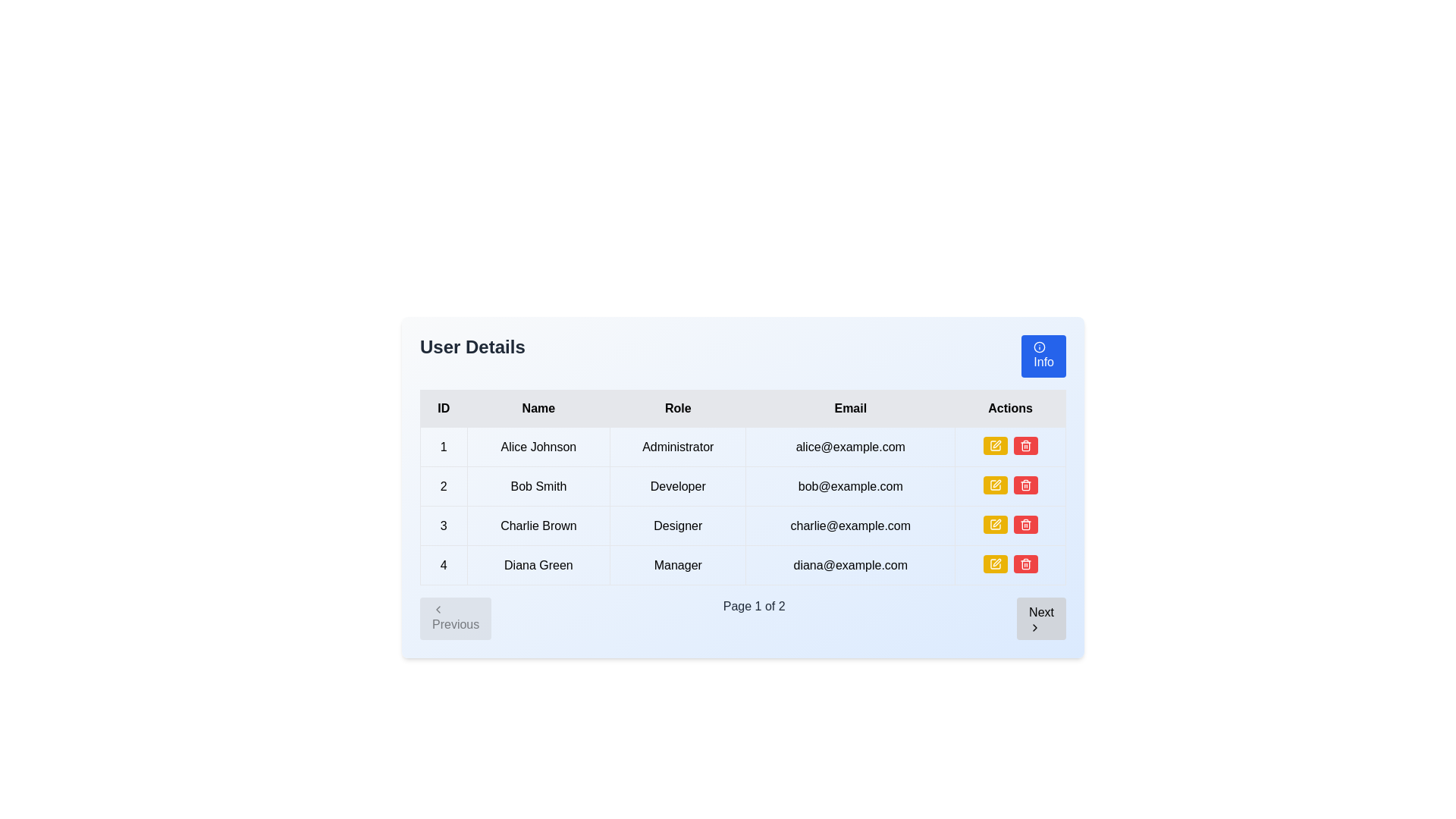 This screenshot has width=1456, height=819. What do you see at coordinates (443, 565) in the screenshot?
I see `the text box in the fourth row under the 'ID' column, located to the left of the name 'Diana Green'` at bounding box center [443, 565].